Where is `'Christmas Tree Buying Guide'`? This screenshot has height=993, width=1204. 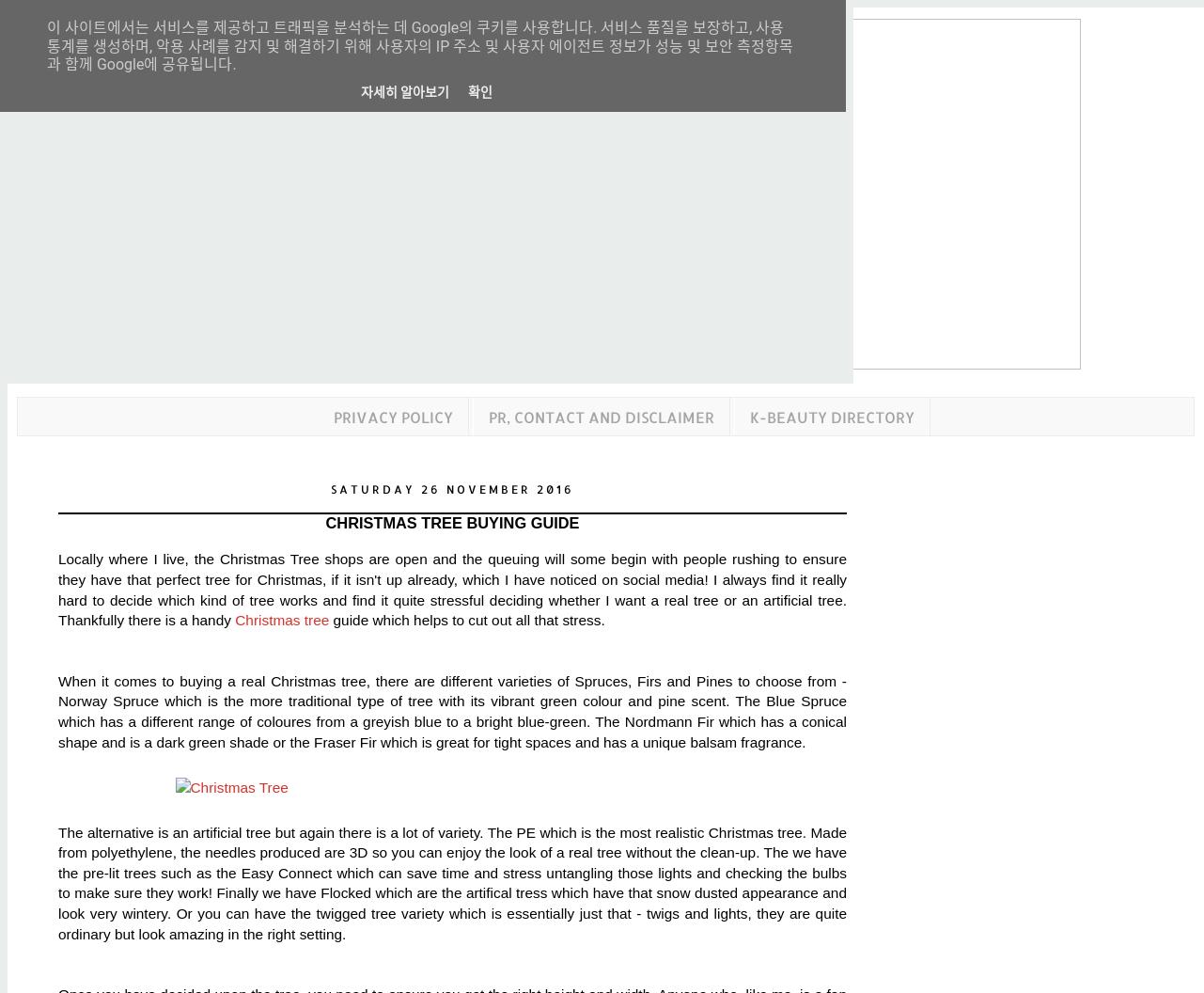 'Christmas Tree Buying Guide' is located at coordinates (451, 522).